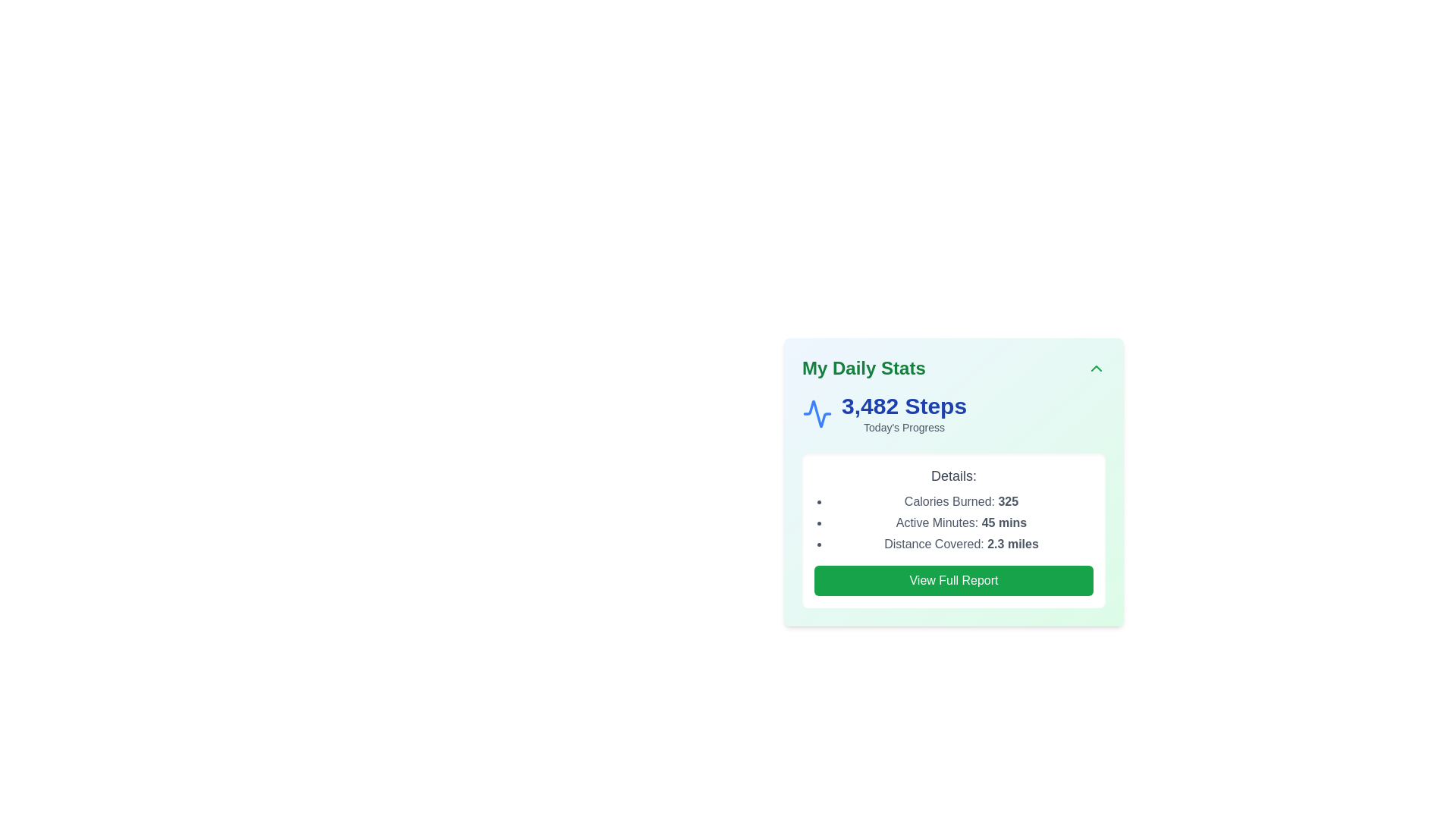 Image resolution: width=1456 pixels, height=819 pixels. What do you see at coordinates (817, 414) in the screenshot?
I see `the blue waveform icon located in the top-left corner of the 'My Daily Stats' card, positioned to the left of the '3,482 Steps' text and above the 'Today's Progress' subtitle to understand its symbolic representation` at bounding box center [817, 414].